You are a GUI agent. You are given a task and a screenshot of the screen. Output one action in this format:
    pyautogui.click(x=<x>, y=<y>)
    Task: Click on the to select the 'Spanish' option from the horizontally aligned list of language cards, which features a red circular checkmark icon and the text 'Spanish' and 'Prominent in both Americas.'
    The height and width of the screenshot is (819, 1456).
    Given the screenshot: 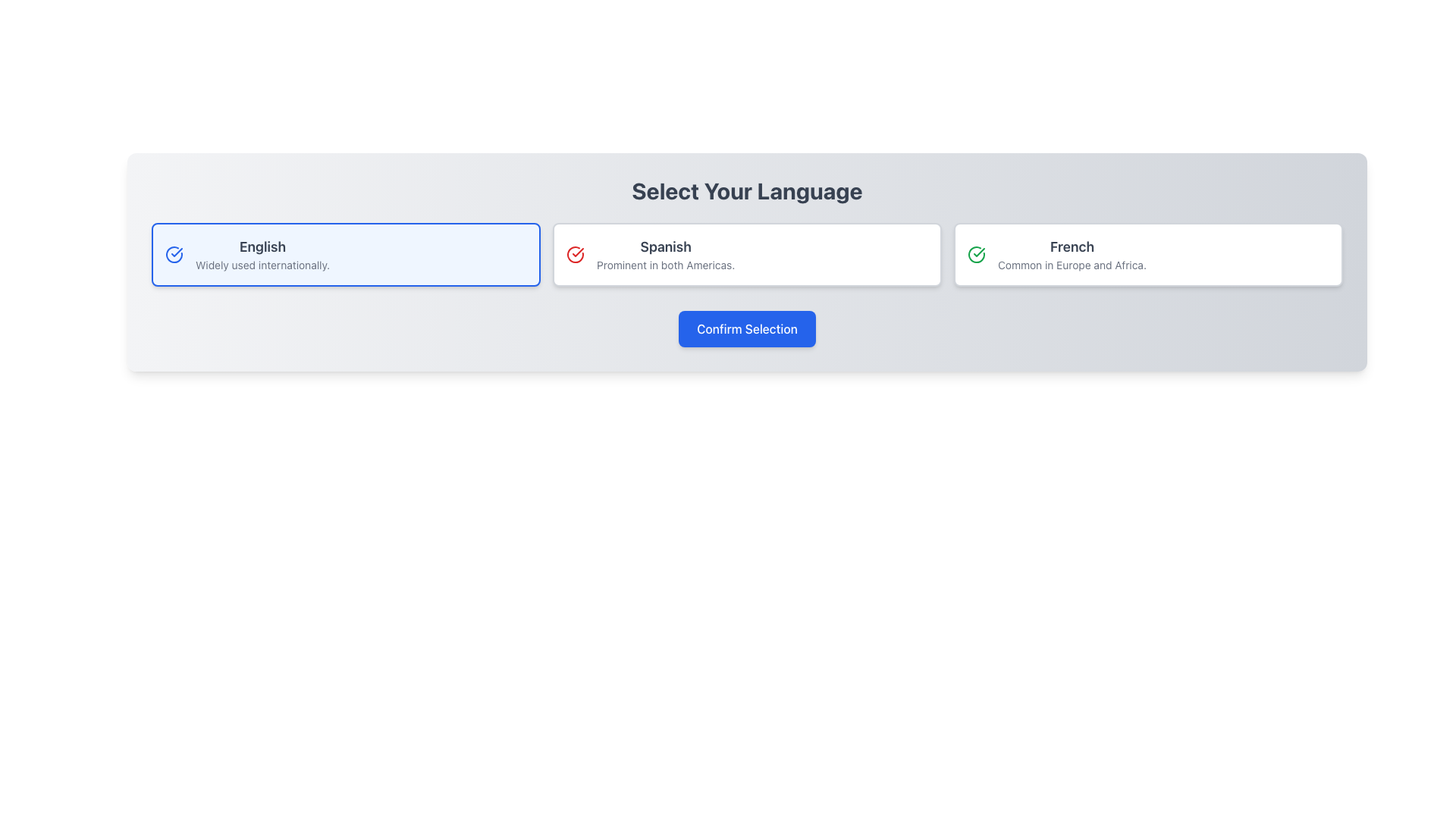 What is the action you would take?
    pyautogui.click(x=747, y=253)
    